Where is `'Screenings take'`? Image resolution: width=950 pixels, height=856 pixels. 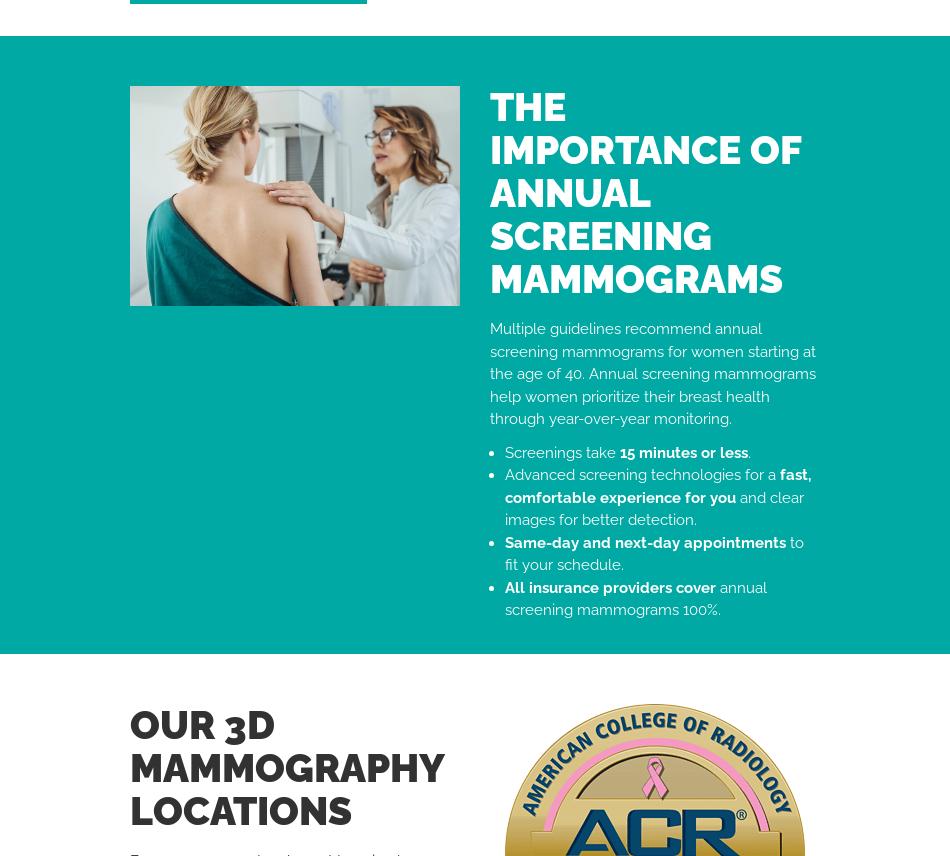
'Screenings take' is located at coordinates (562, 451).